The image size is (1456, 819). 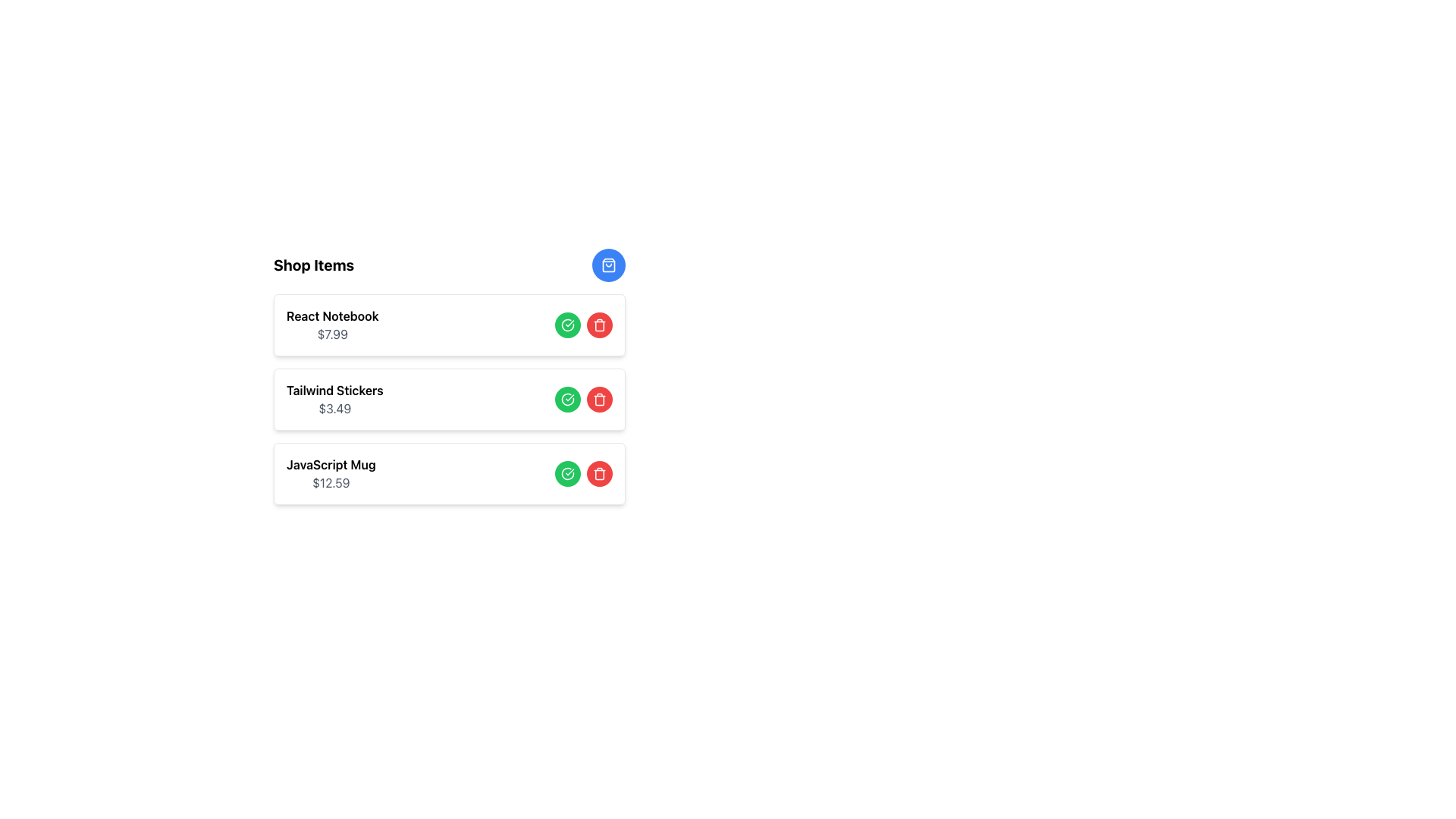 What do you see at coordinates (566, 472) in the screenshot?
I see `the circular green icon with a white check mark located to the right of the 'JavaScript Mug' item` at bounding box center [566, 472].